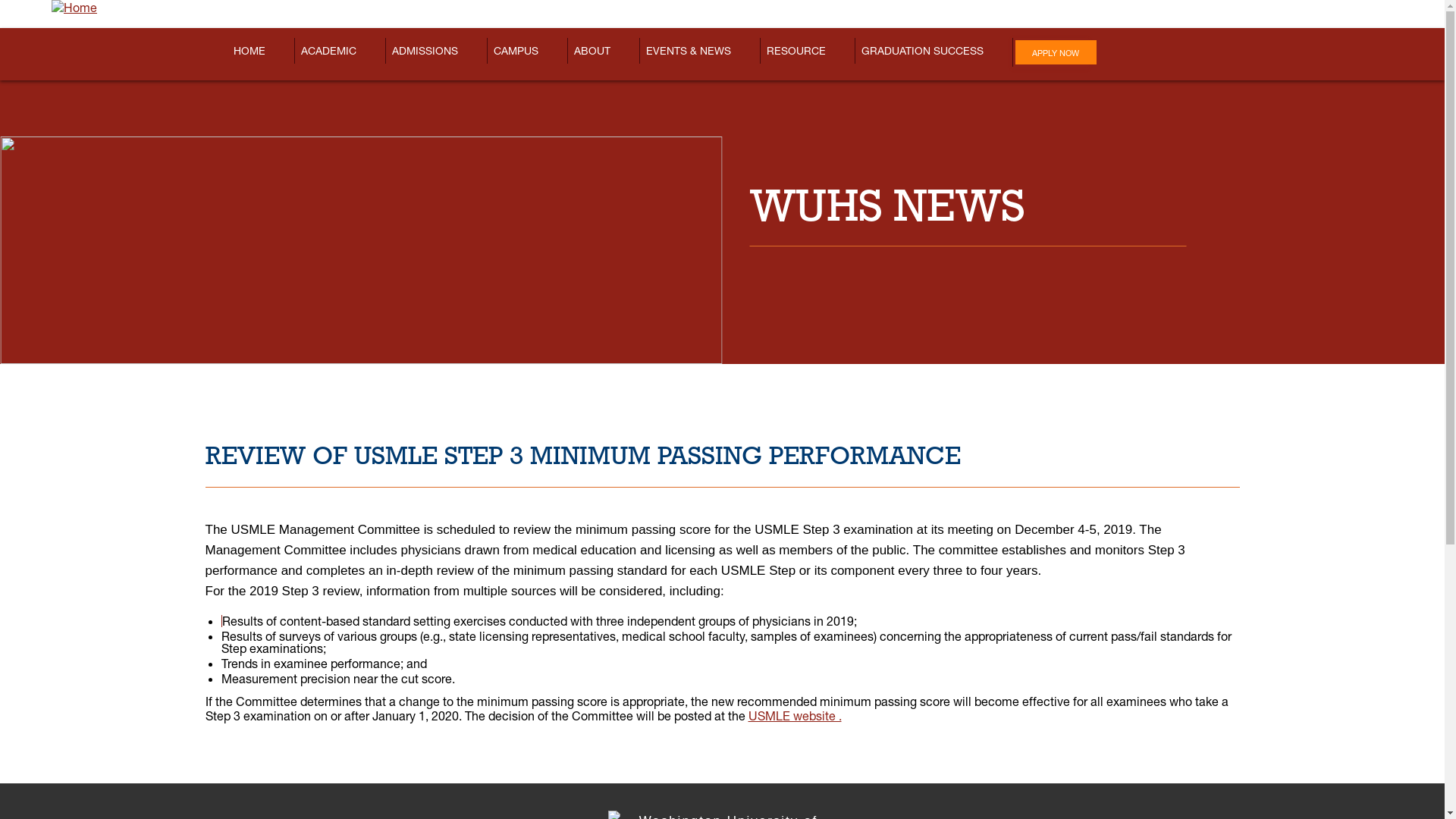 The height and width of the screenshot is (819, 1456). What do you see at coordinates (591, 49) in the screenshot?
I see `'ABOUT'` at bounding box center [591, 49].